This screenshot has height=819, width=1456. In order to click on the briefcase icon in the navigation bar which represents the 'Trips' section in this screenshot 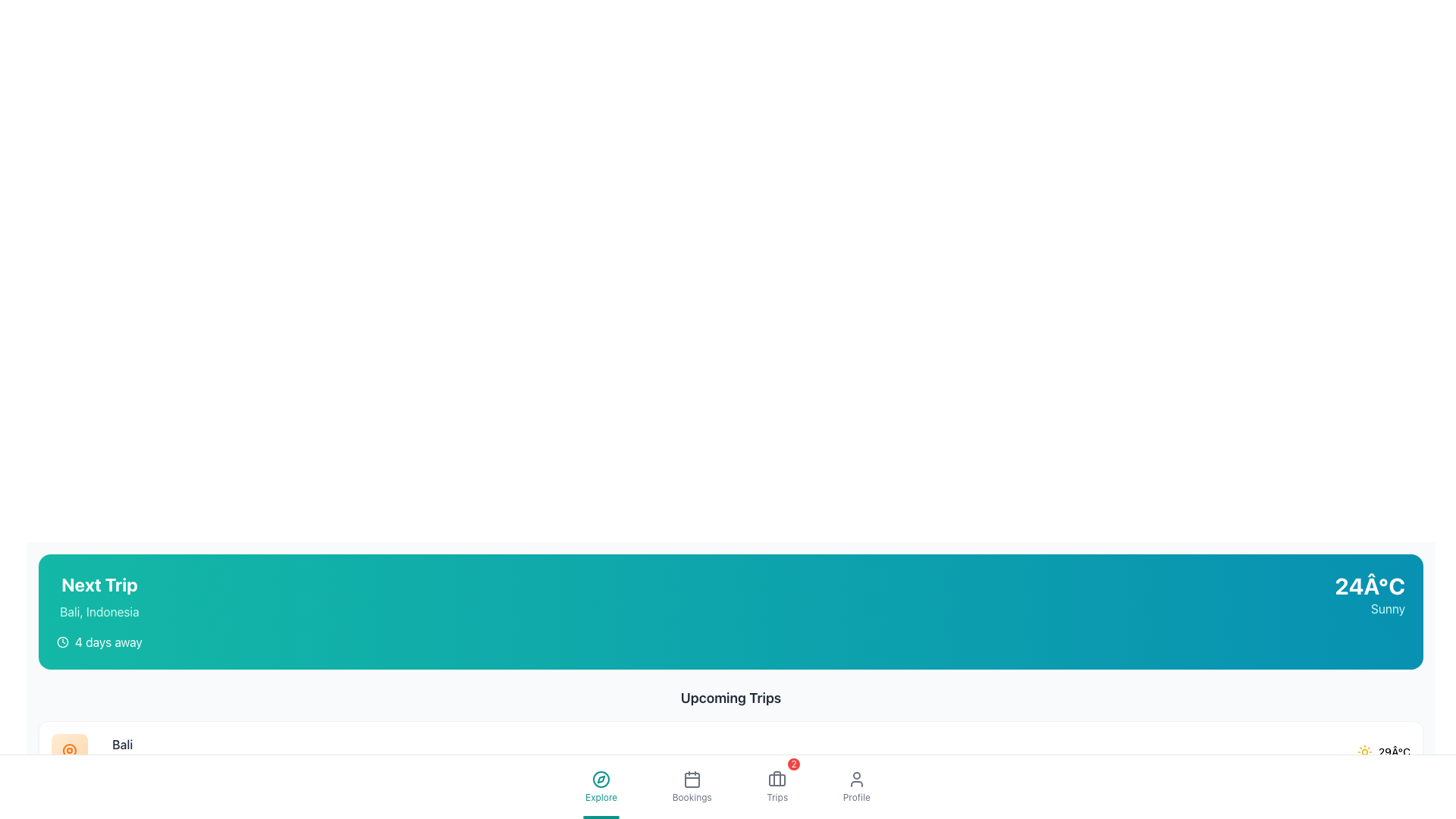, I will do `click(777, 780)`.